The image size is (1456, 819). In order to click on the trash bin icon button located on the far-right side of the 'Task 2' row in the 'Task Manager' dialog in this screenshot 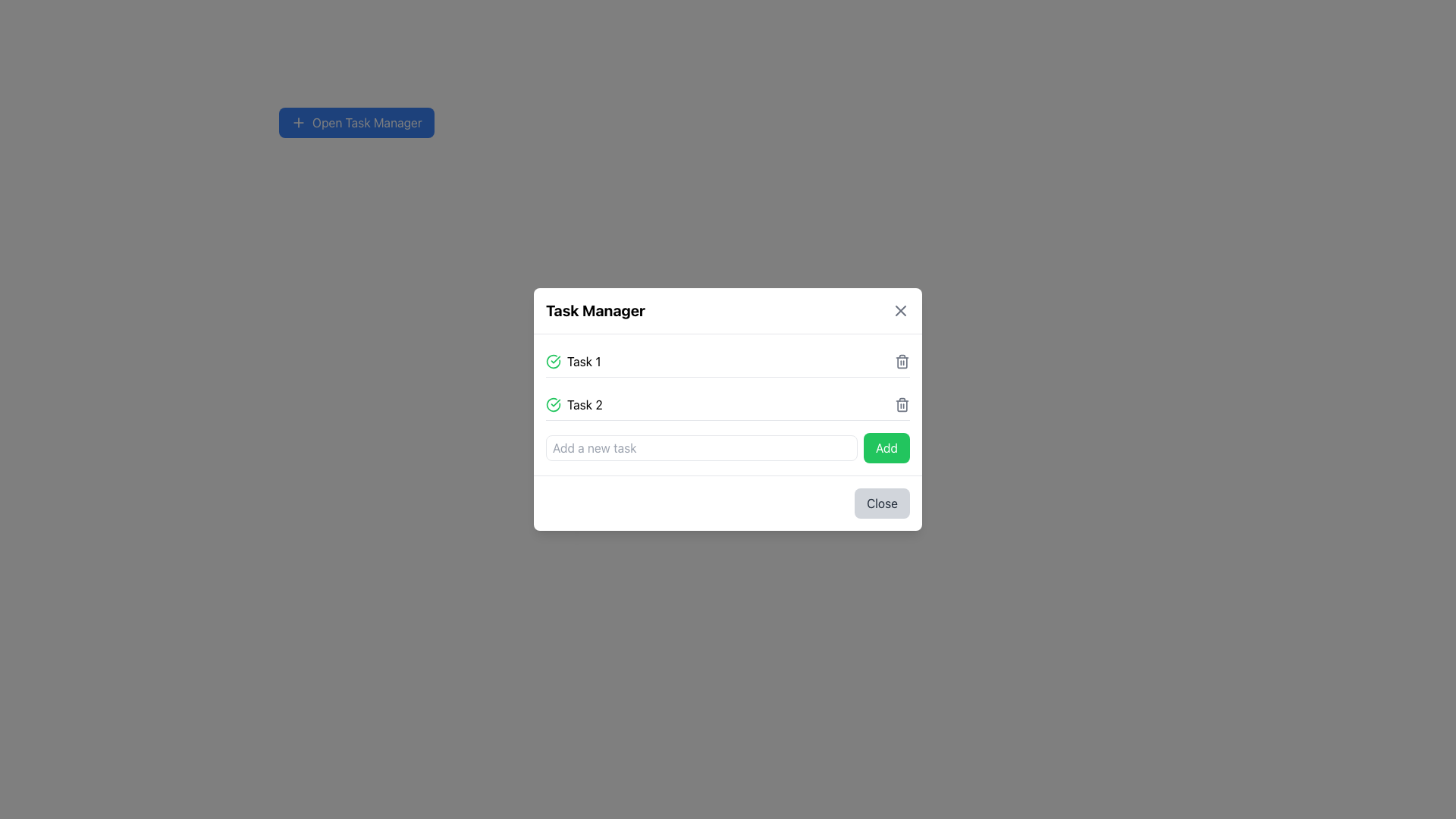, I will do `click(902, 403)`.